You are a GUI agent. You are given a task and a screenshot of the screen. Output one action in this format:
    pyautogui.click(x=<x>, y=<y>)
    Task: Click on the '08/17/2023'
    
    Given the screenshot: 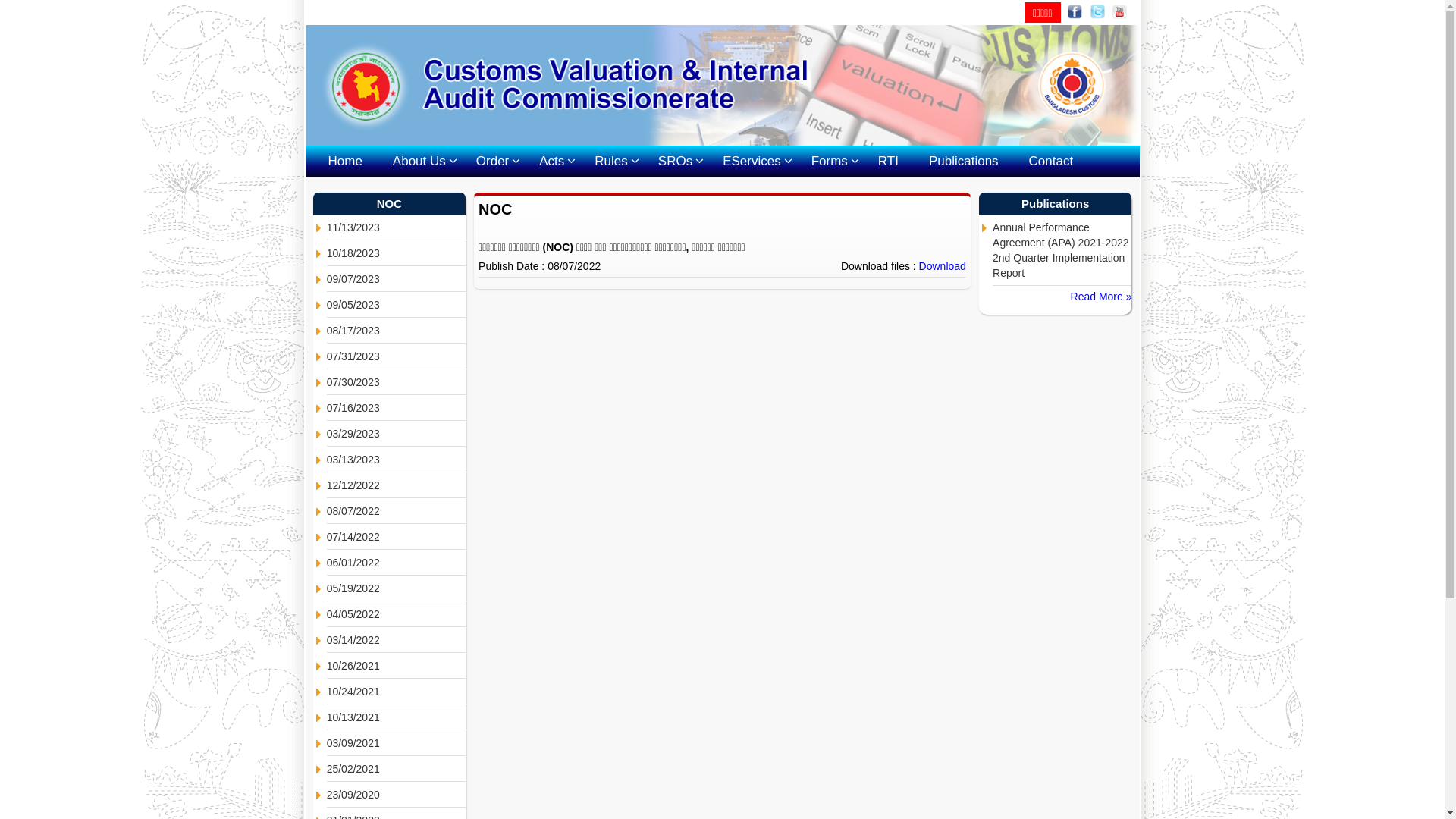 What is the action you would take?
    pyautogui.click(x=396, y=330)
    